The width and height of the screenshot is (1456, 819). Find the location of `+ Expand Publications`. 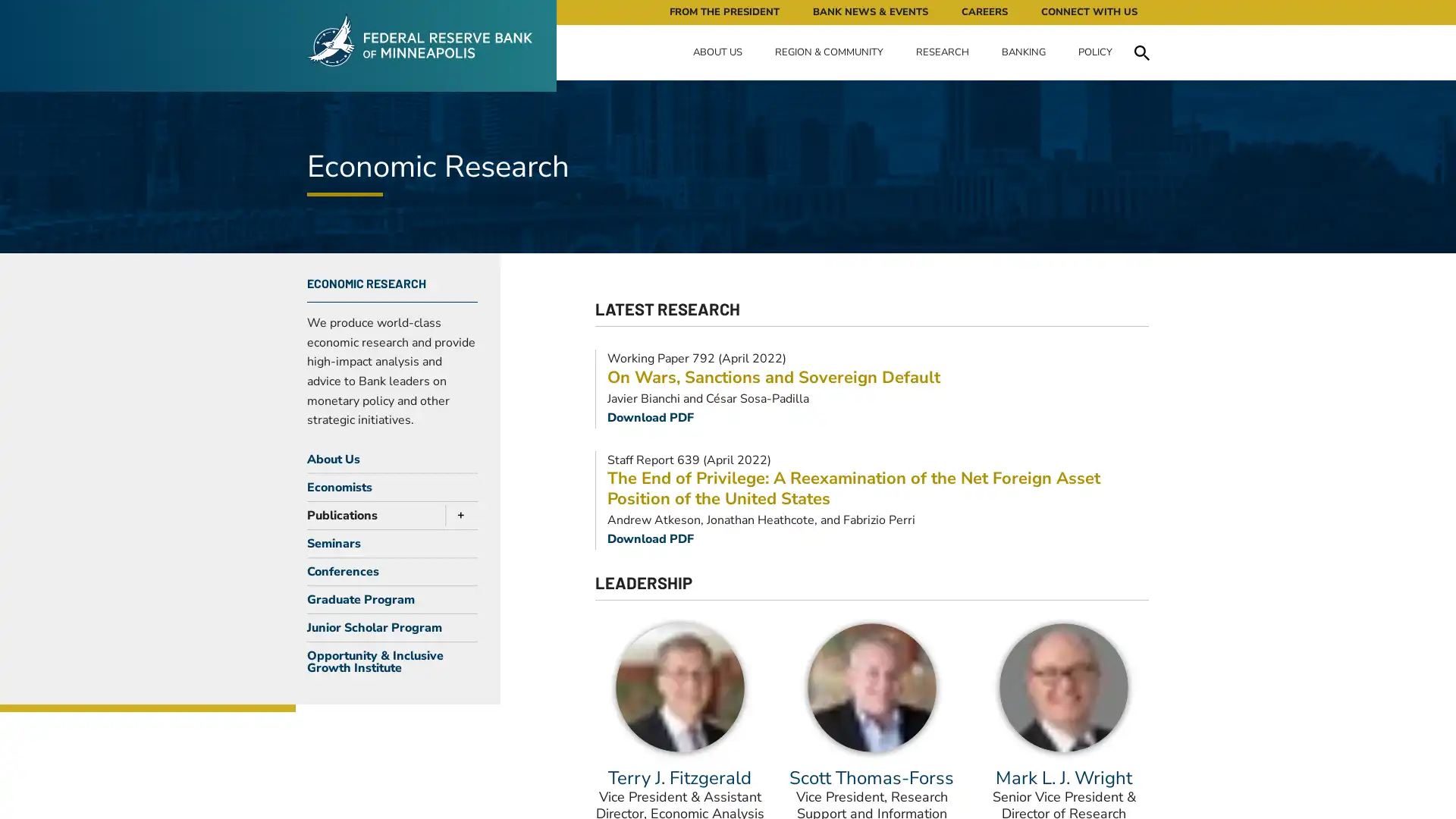

+ Expand Publications is located at coordinates (457, 513).